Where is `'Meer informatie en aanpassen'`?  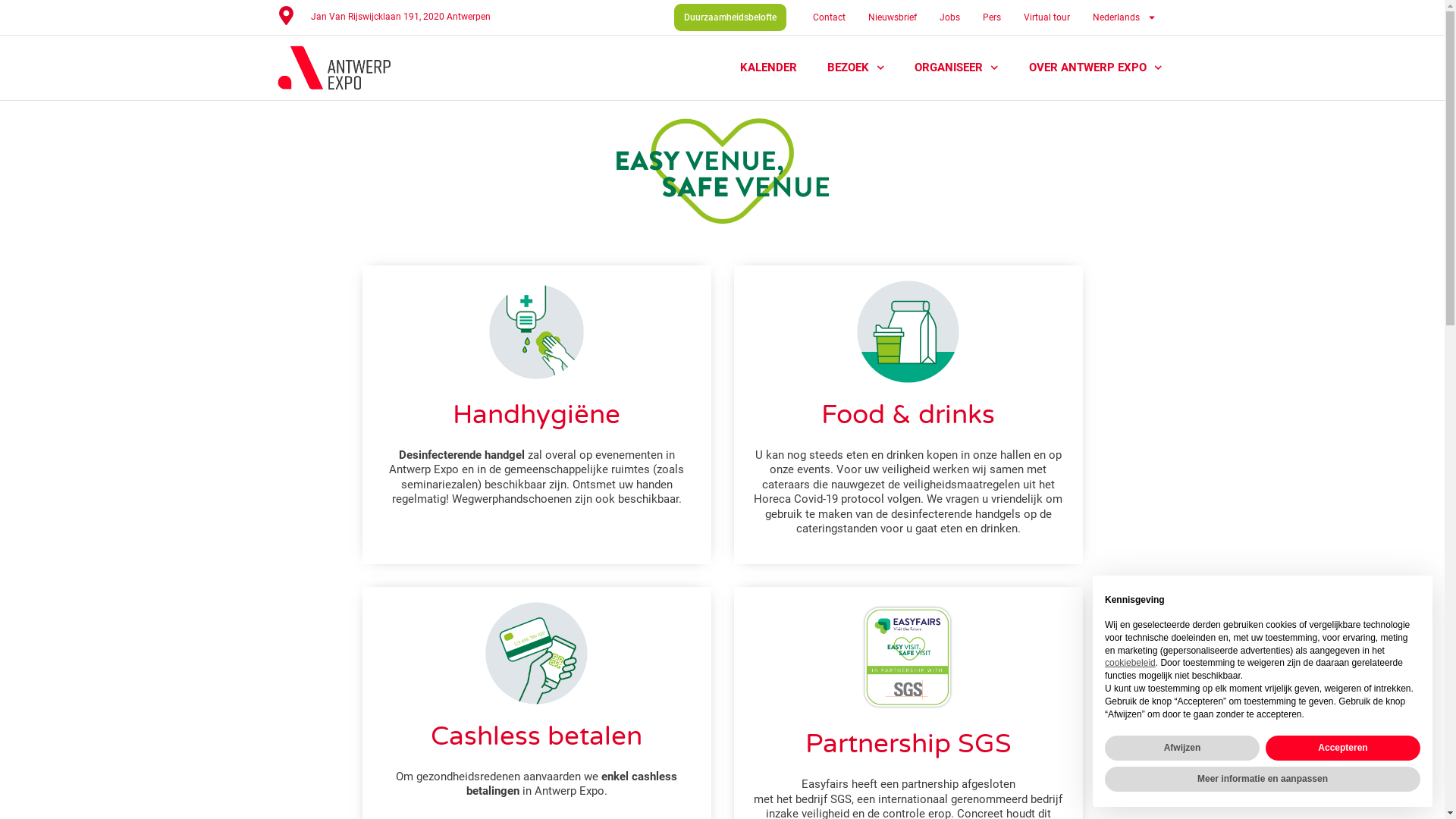 'Meer informatie en aanpassen' is located at coordinates (1263, 779).